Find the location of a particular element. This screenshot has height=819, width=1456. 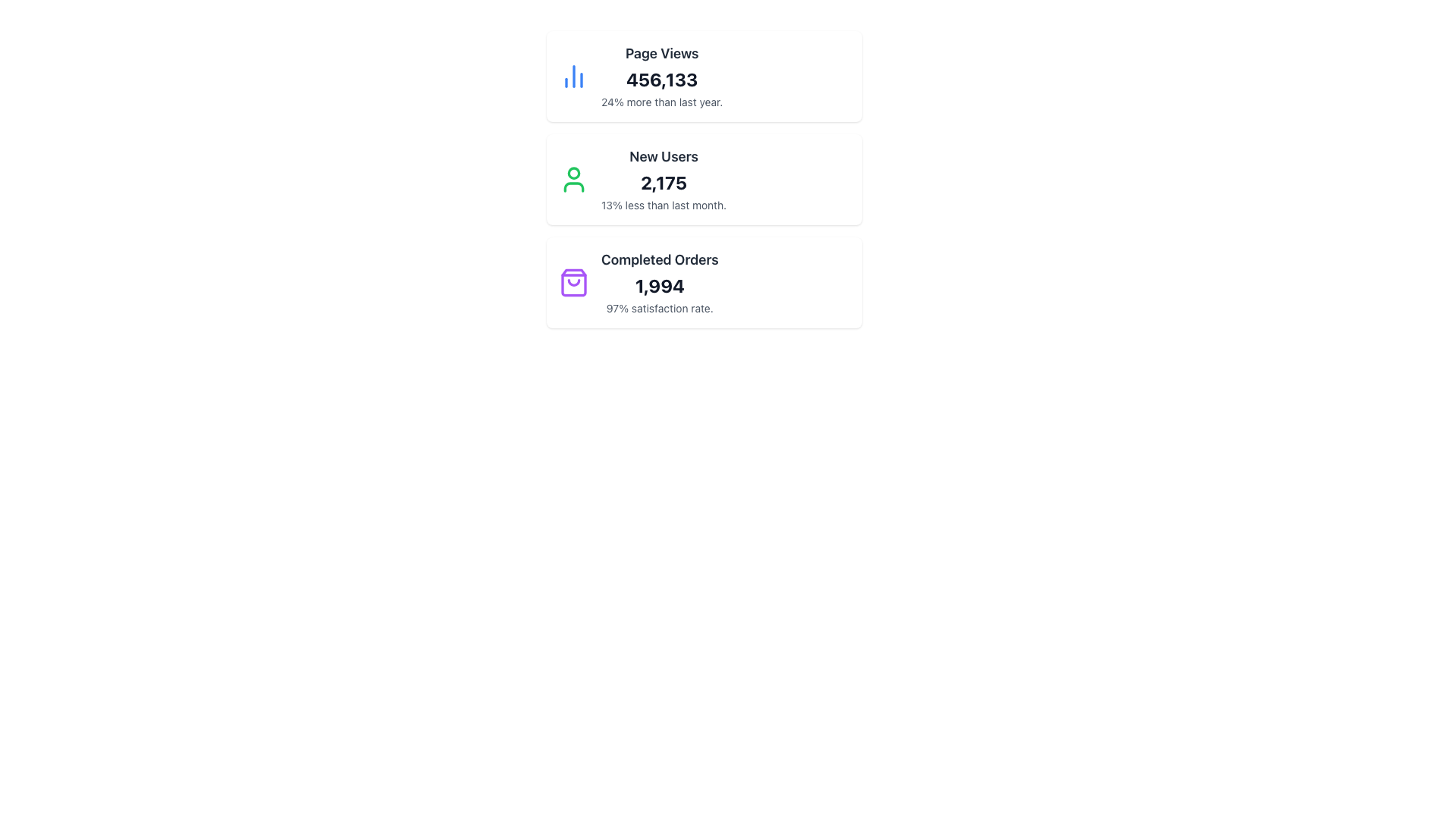

the Text Display showing the number '456,133', which is prominently styled in dark gray and positioned below 'Page Views' is located at coordinates (662, 79).